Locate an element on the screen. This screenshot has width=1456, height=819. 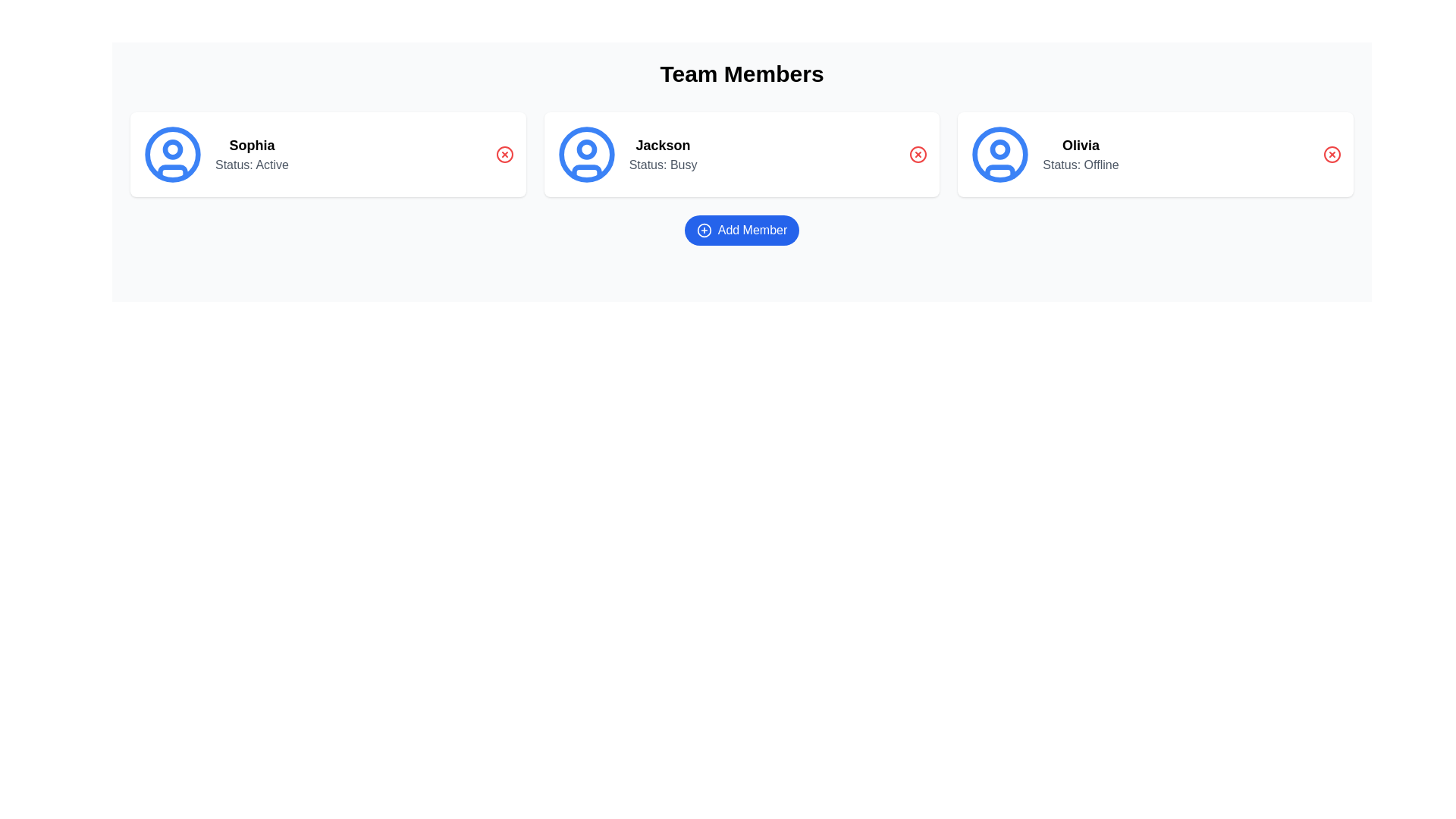
the static text that states 'Status: Busy', which is located below the name 'Jackson' in the central card of the 'Team Members' section is located at coordinates (663, 165).